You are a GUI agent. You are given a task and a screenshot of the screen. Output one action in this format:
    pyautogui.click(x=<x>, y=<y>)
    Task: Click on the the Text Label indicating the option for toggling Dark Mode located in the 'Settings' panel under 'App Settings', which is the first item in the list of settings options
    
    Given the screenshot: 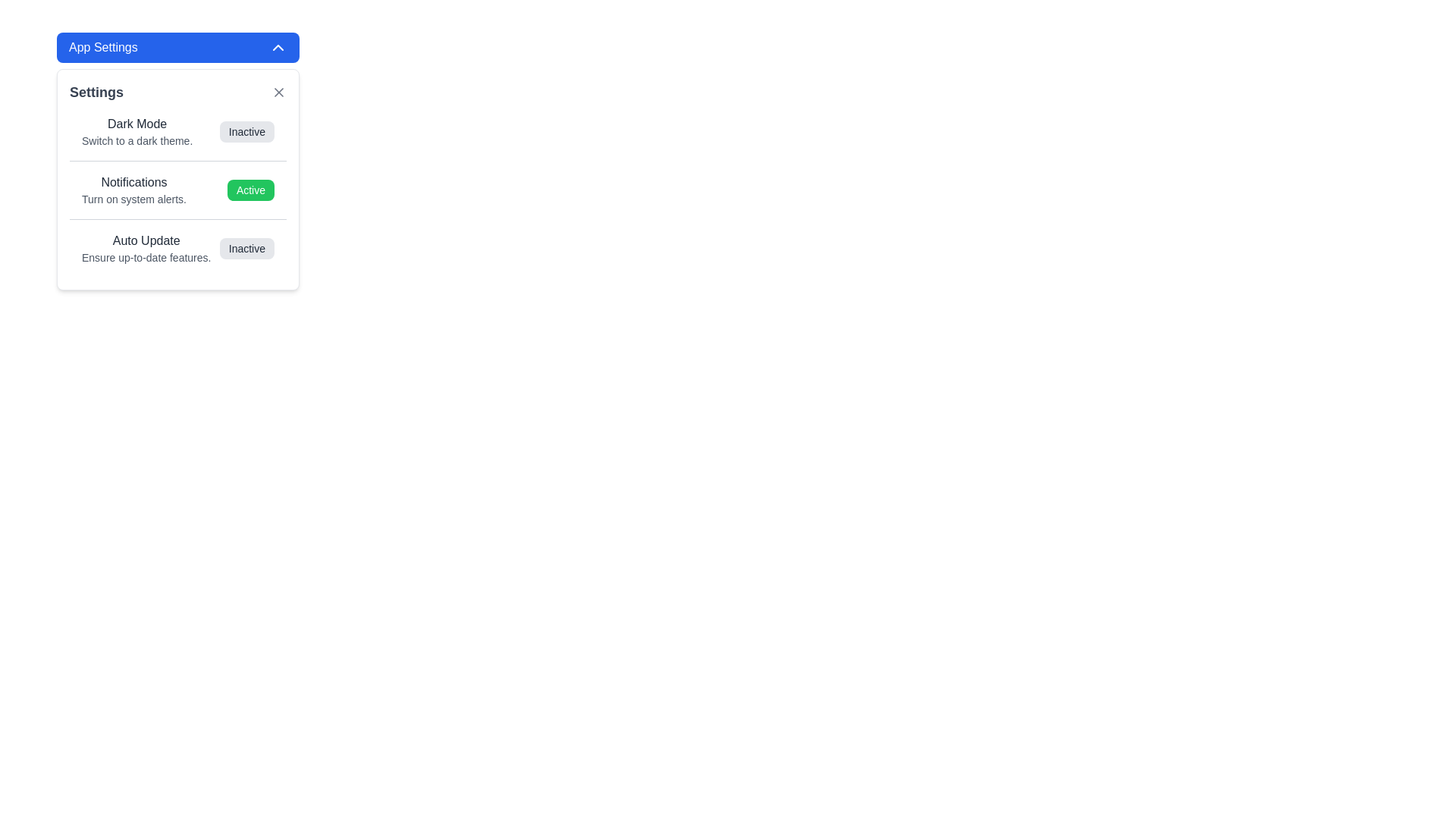 What is the action you would take?
    pyautogui.click(x=137, y=124)
    